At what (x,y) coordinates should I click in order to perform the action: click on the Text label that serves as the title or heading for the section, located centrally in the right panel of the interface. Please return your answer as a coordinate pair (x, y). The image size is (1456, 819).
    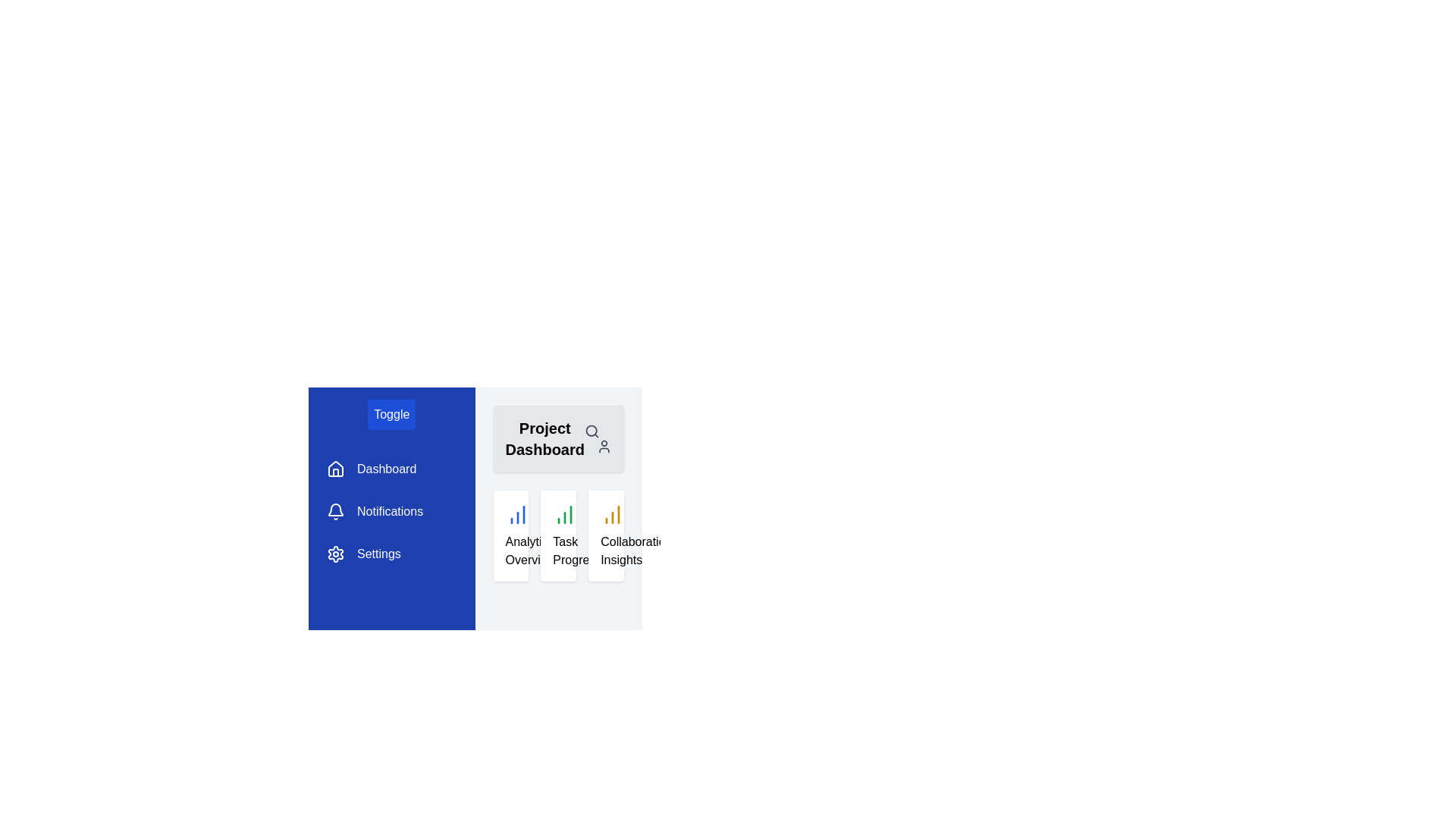
    Looking at the image, I should click on (544, 438).